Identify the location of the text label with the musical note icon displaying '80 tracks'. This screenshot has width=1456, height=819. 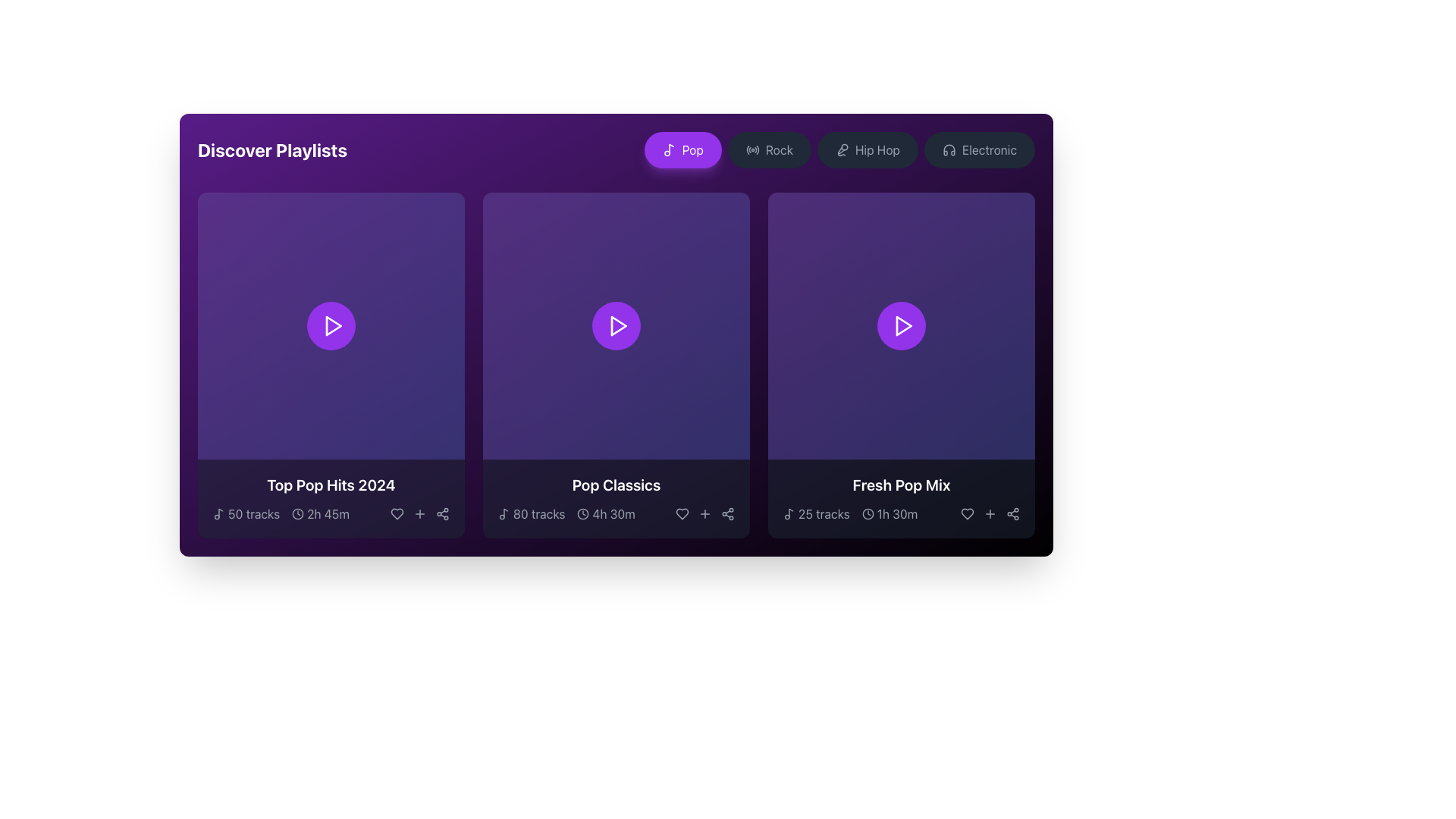
(532, 513).